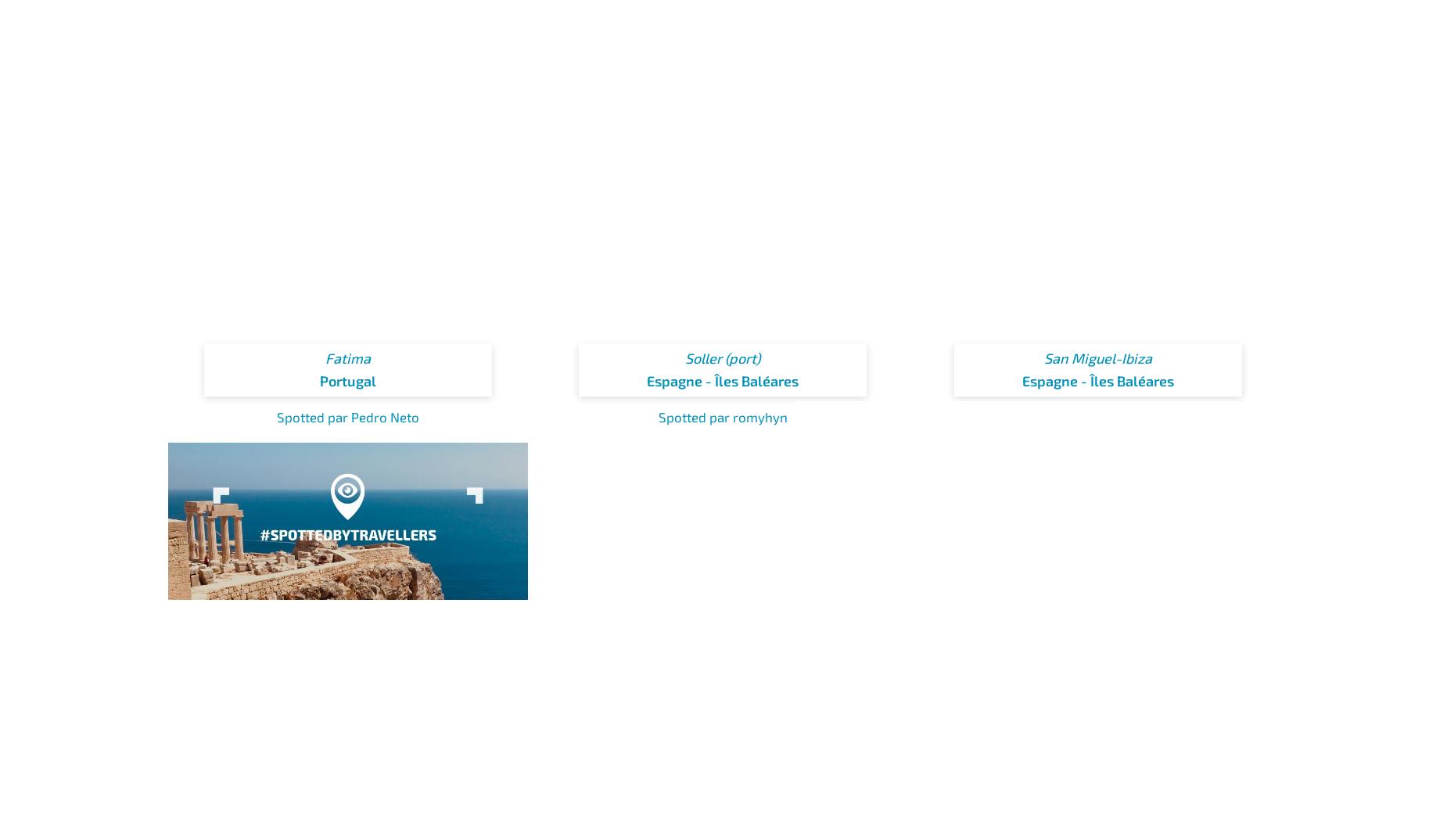 The image size is (1447, 840). Describe the element at coordinates (1097, 357) in the screenshot. I see `'San Miguel-Ibiza'` at that location.